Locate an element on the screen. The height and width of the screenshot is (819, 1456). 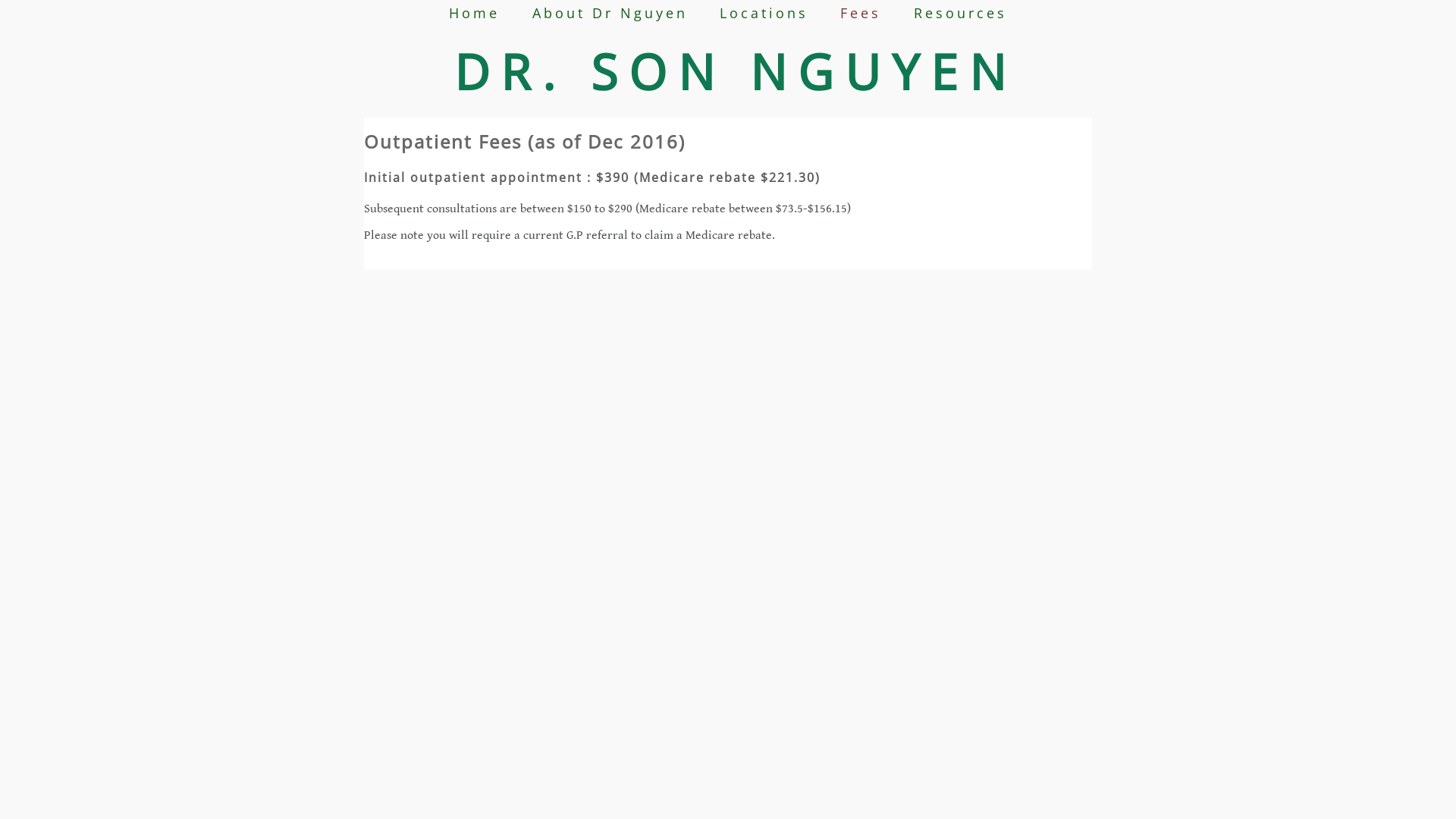
'About Dr Nguyen' is located at coordinates (532, 12).